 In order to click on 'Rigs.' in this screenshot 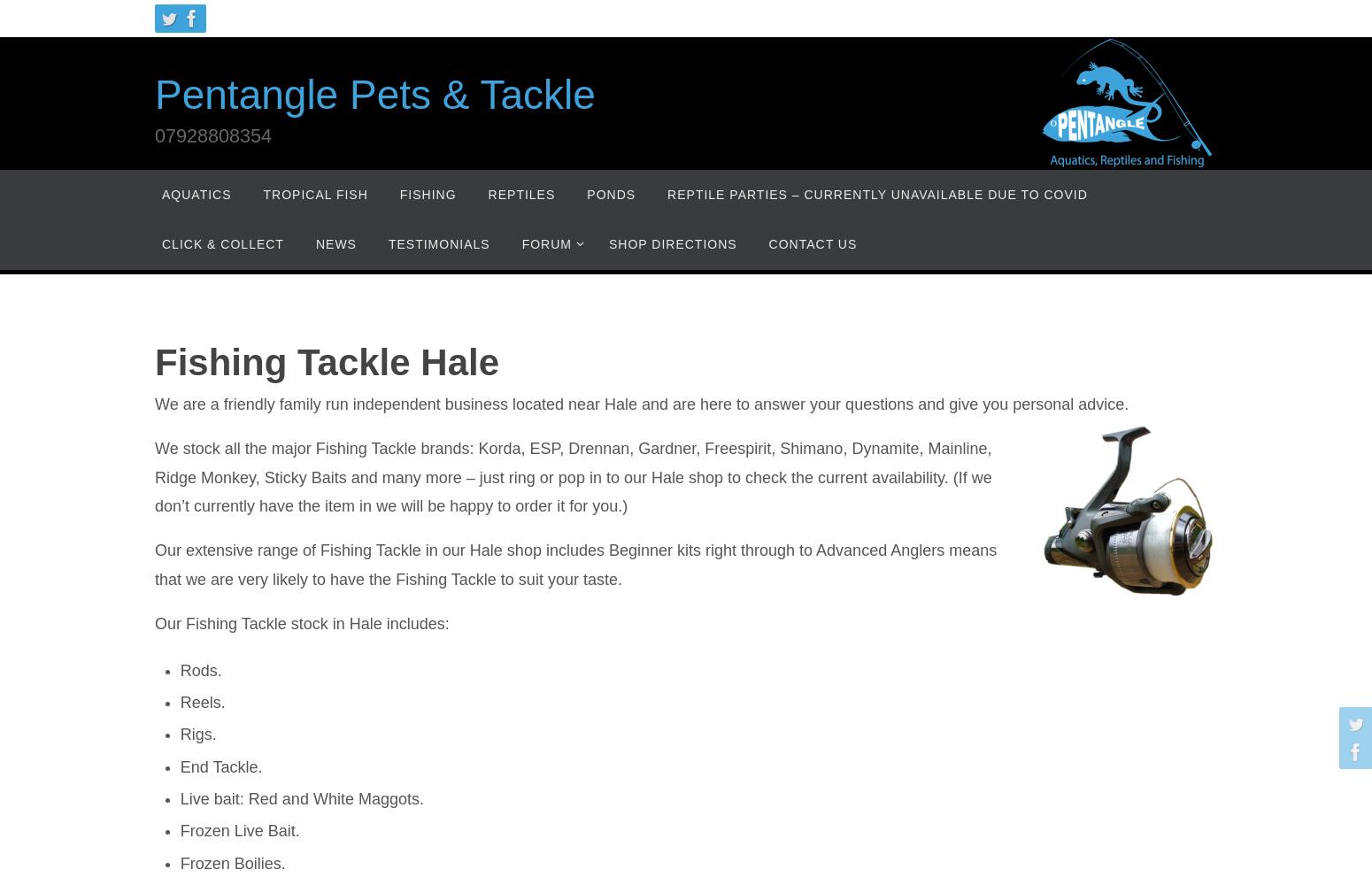, I will do `click(197, 734)`.